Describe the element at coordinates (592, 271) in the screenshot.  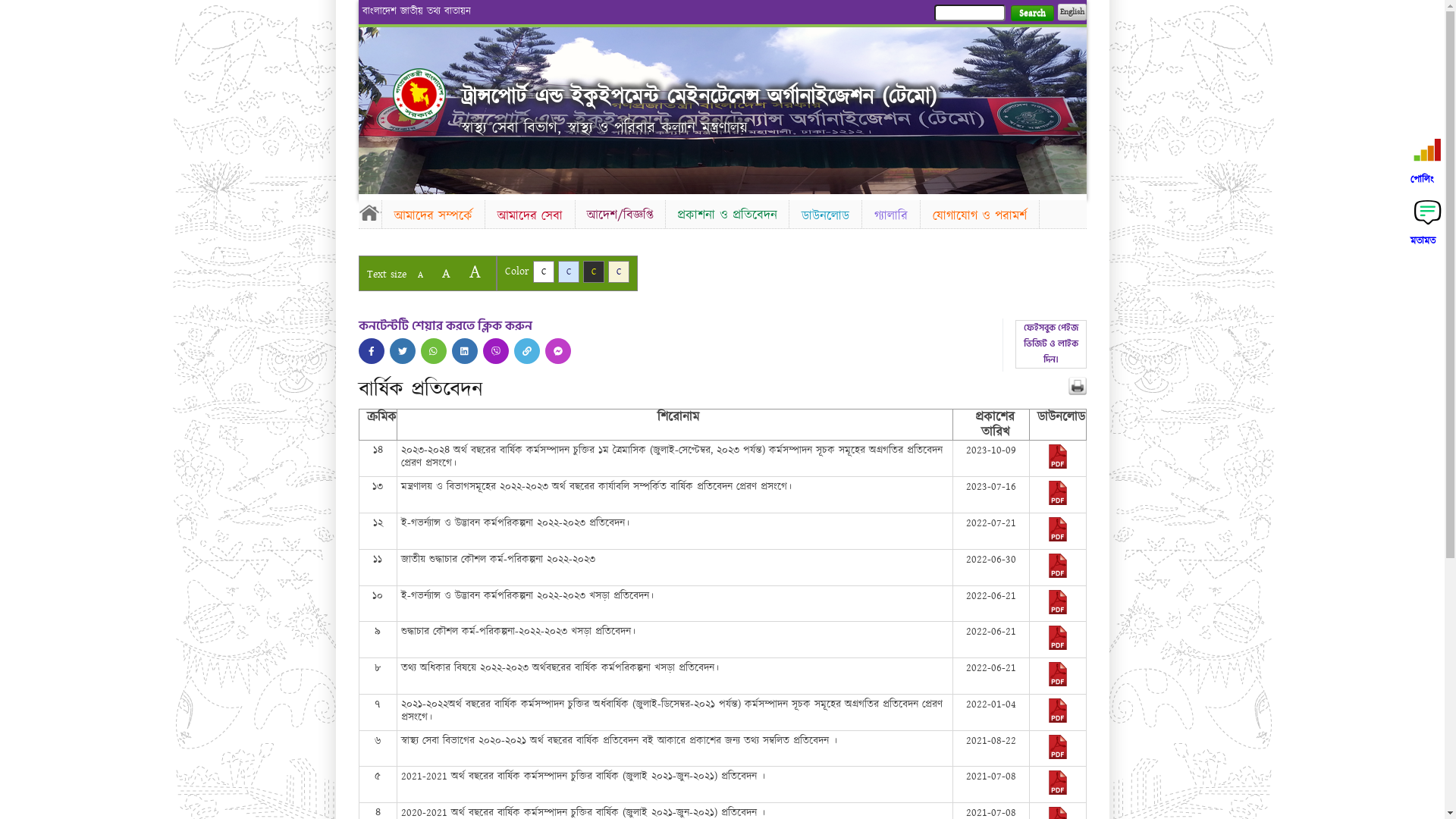
I see `'C'` at that location.